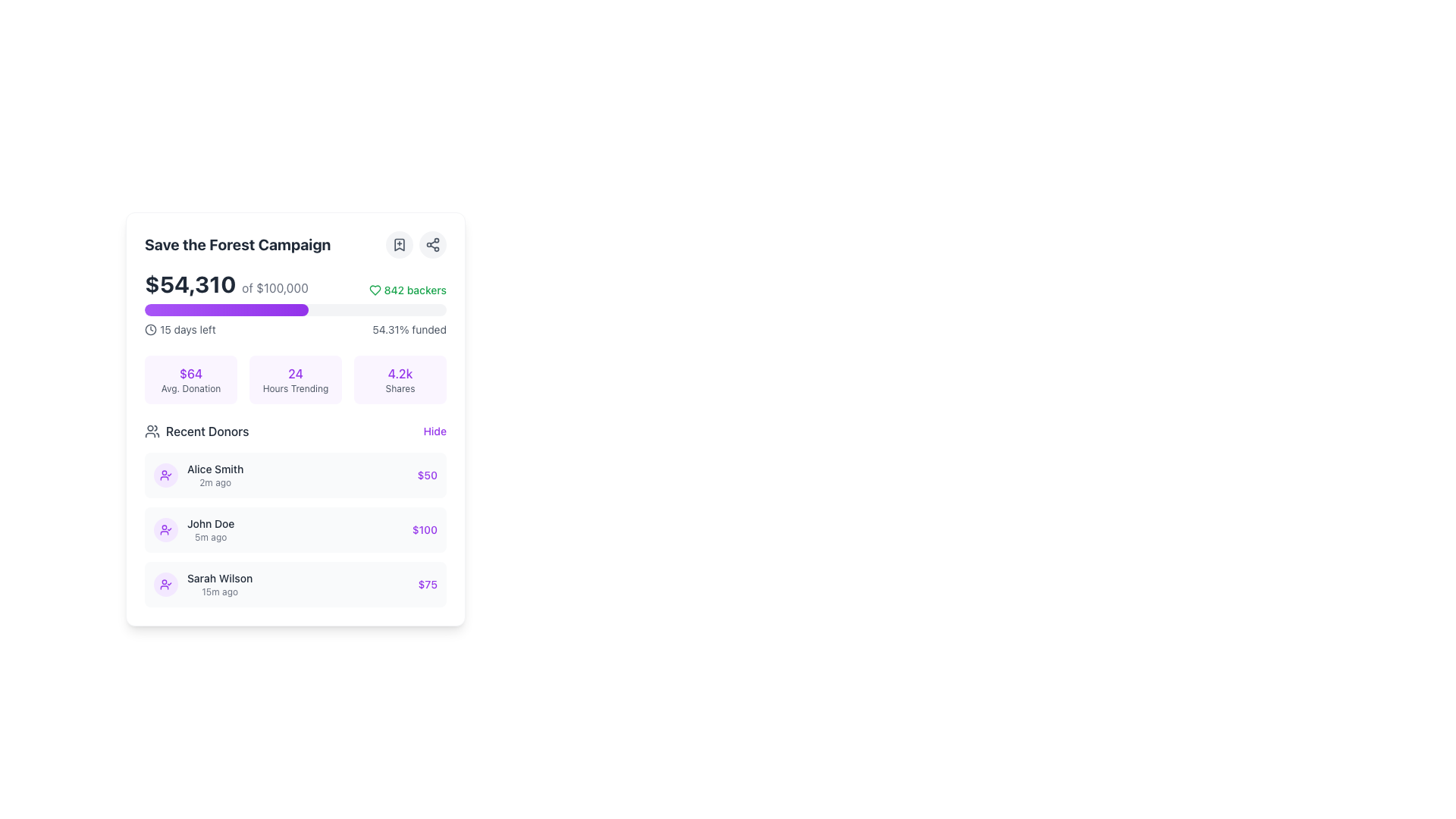 The width and height of the screenshot is (1456, 819). Describe the element at coordinates (275, 288) in the screenshot. I see `the text label displaying 'of $100,000', which is light gray and smaller than the bold '$54,310' figure, located immediately to its right within the donation progress update section` at that location.